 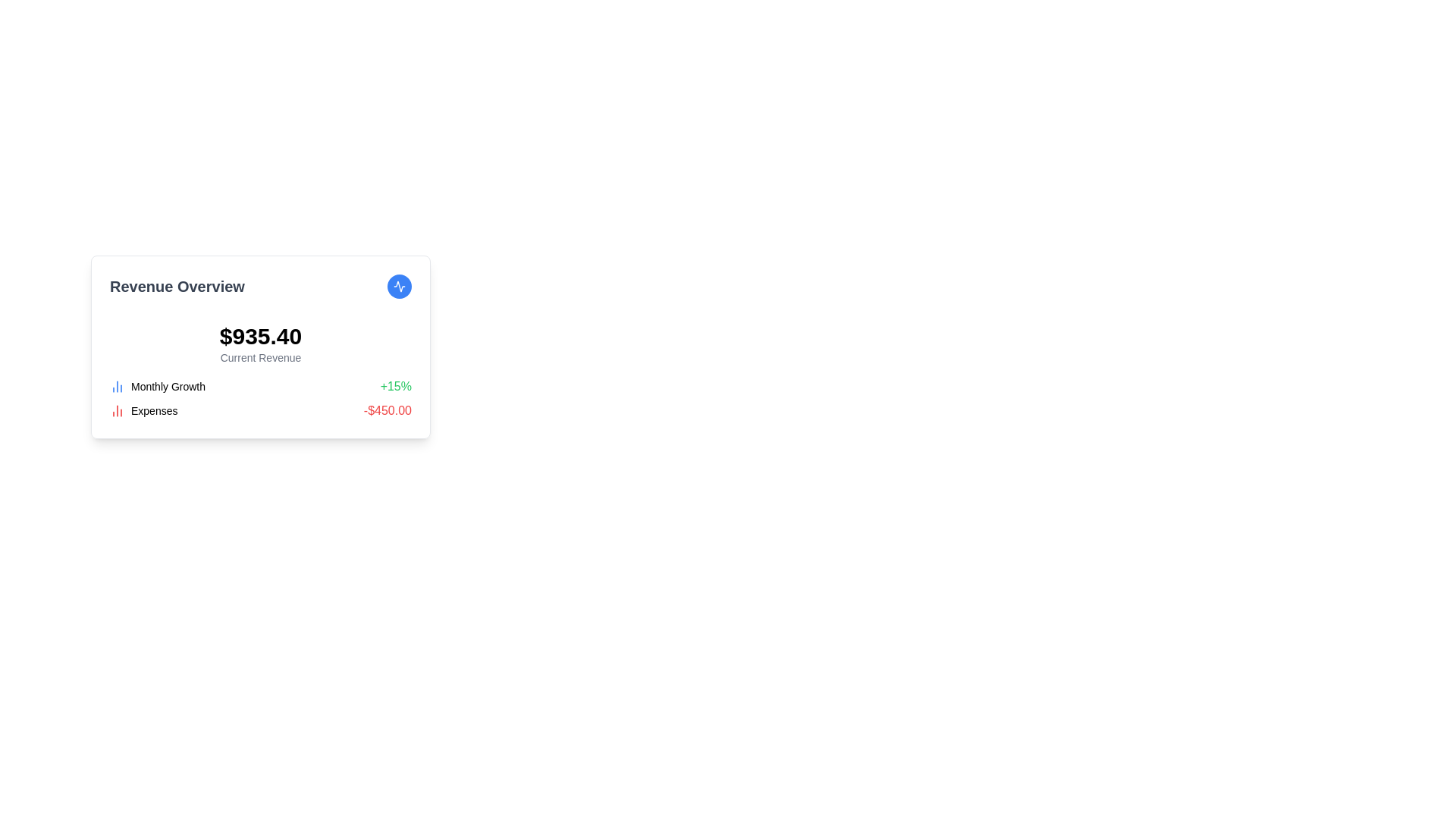 What do you see at coordinates (261, 344) in the screenshot?
I see `the Text Display element that shows the monetary value '$935.40' and the label 'Current Revenue', located in the 'Revenue Overview' card` at bounding box center [261, 344].